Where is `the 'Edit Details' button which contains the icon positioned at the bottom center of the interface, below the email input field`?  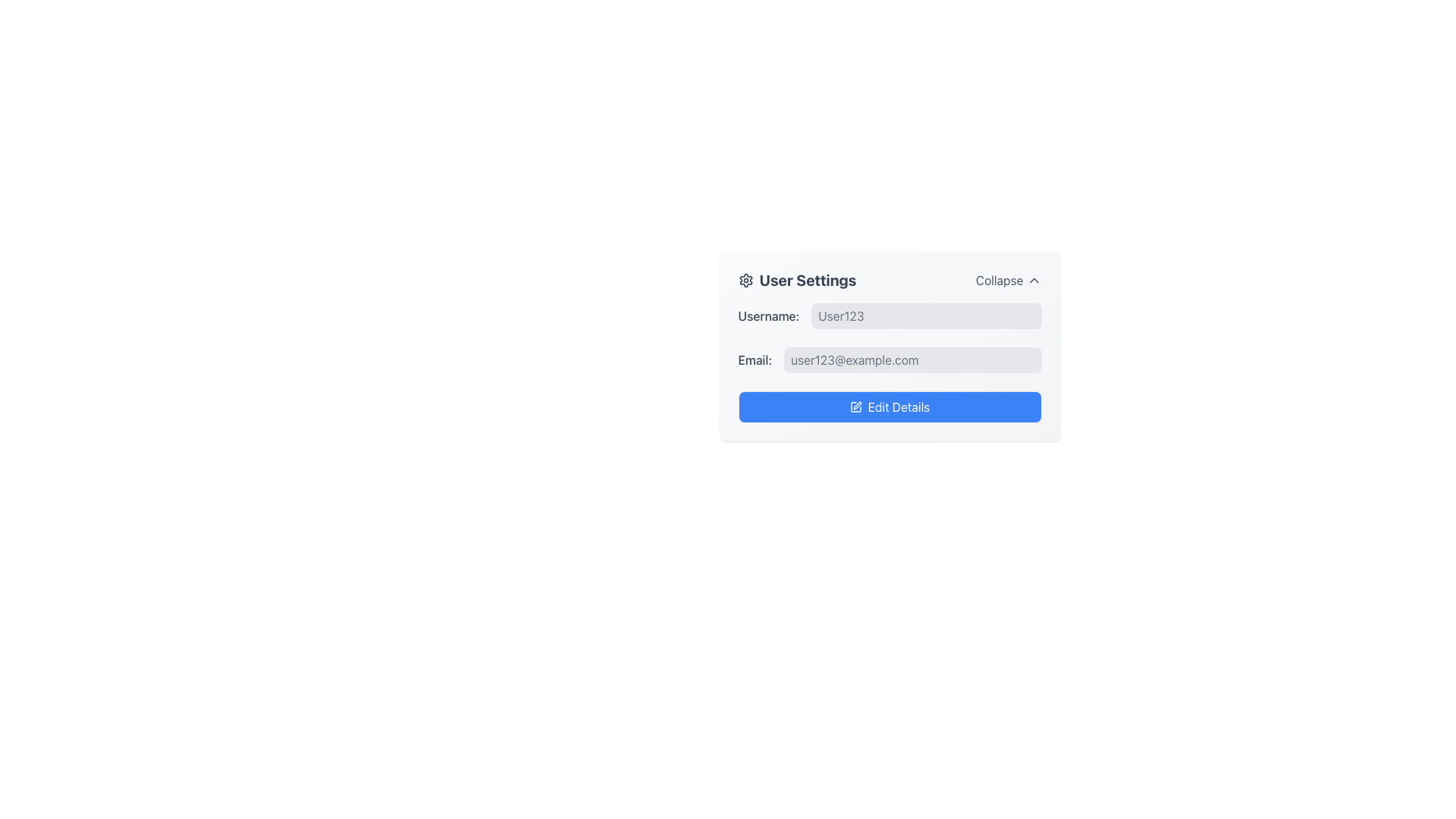 the 'Edit Details' button which contains the icon positioned at the bottom center of the interface, below the email input field is located at coordinates (856, 405).